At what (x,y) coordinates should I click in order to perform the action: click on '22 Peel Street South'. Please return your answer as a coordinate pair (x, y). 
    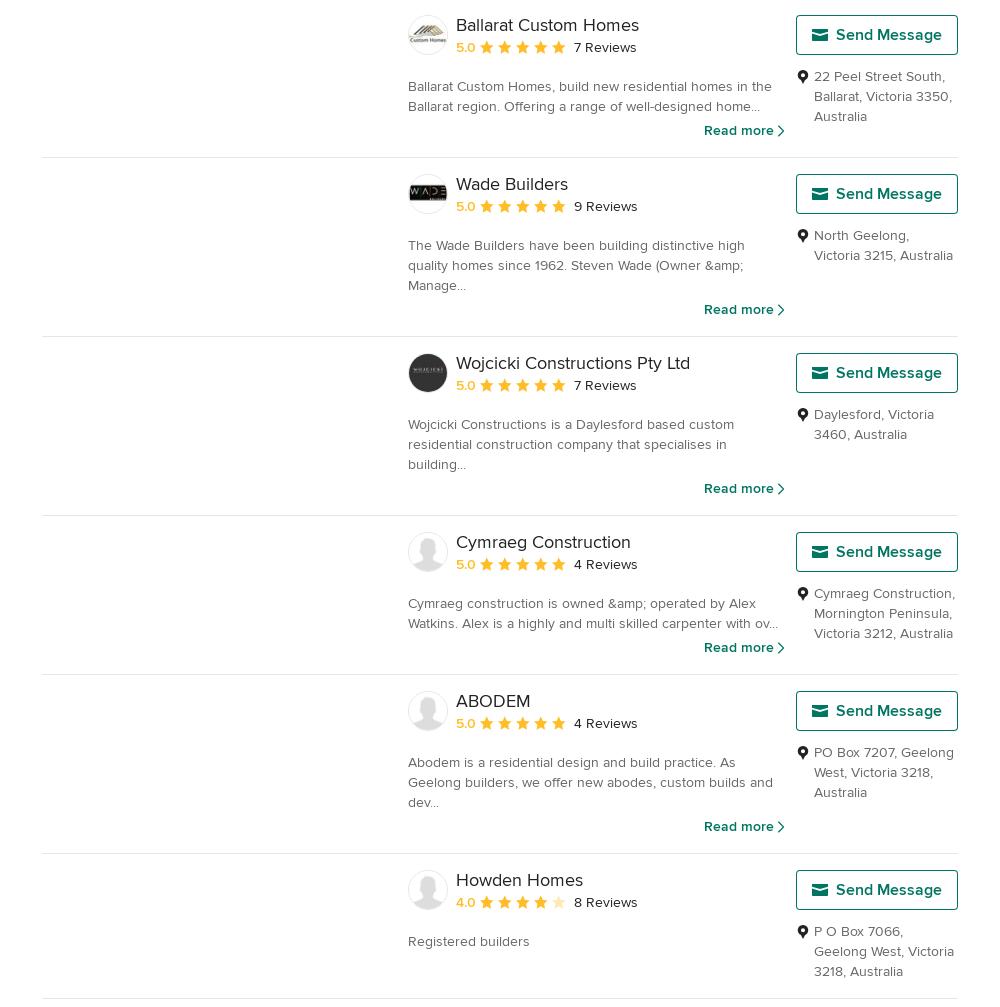
    Looking at the image, I should click on (878, 76).